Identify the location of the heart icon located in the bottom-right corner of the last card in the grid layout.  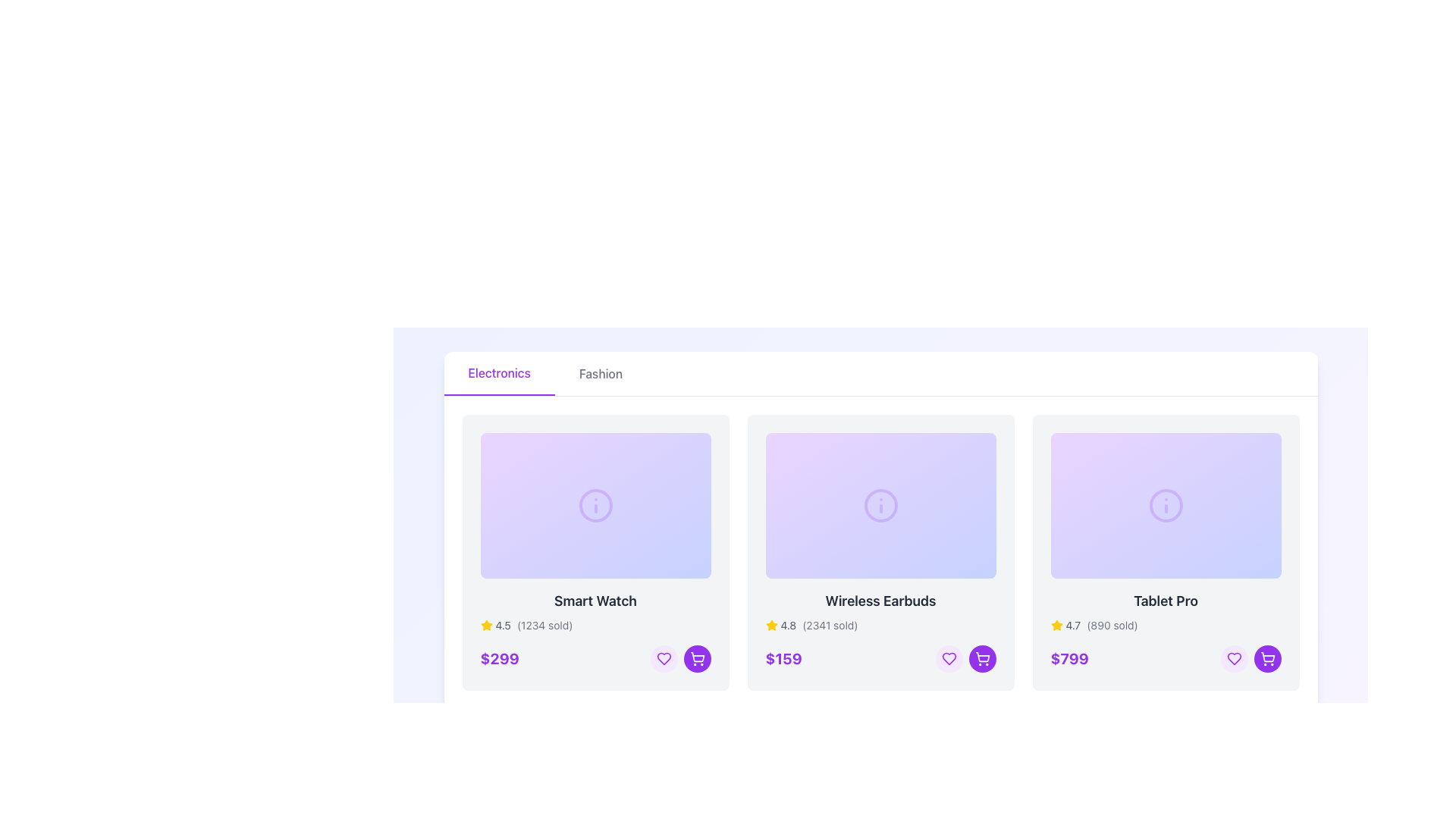
(1234, 657).